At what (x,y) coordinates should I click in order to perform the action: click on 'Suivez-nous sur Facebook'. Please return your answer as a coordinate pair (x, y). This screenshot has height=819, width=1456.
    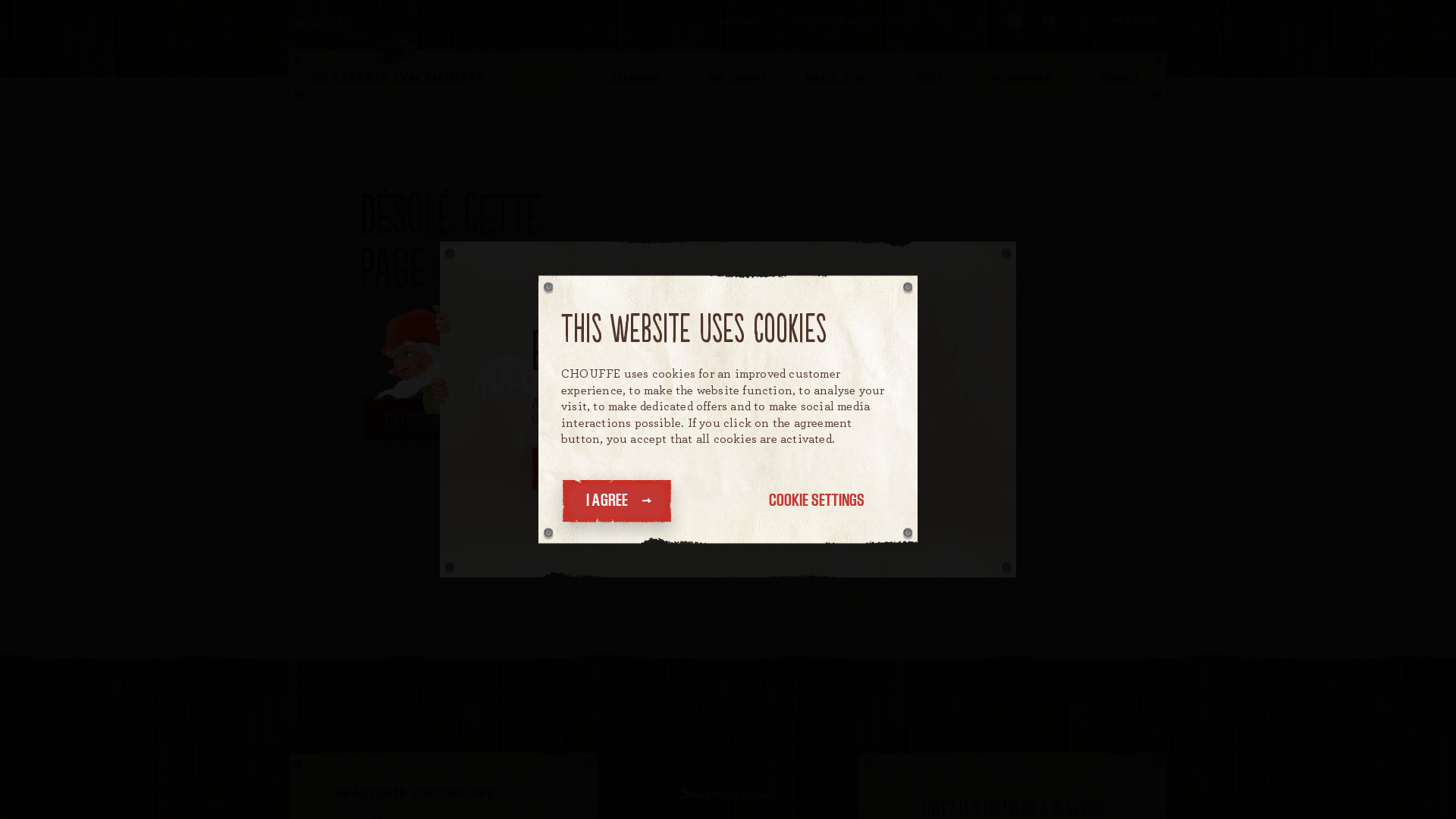
    Looking at the image, I should click on (979, 20).